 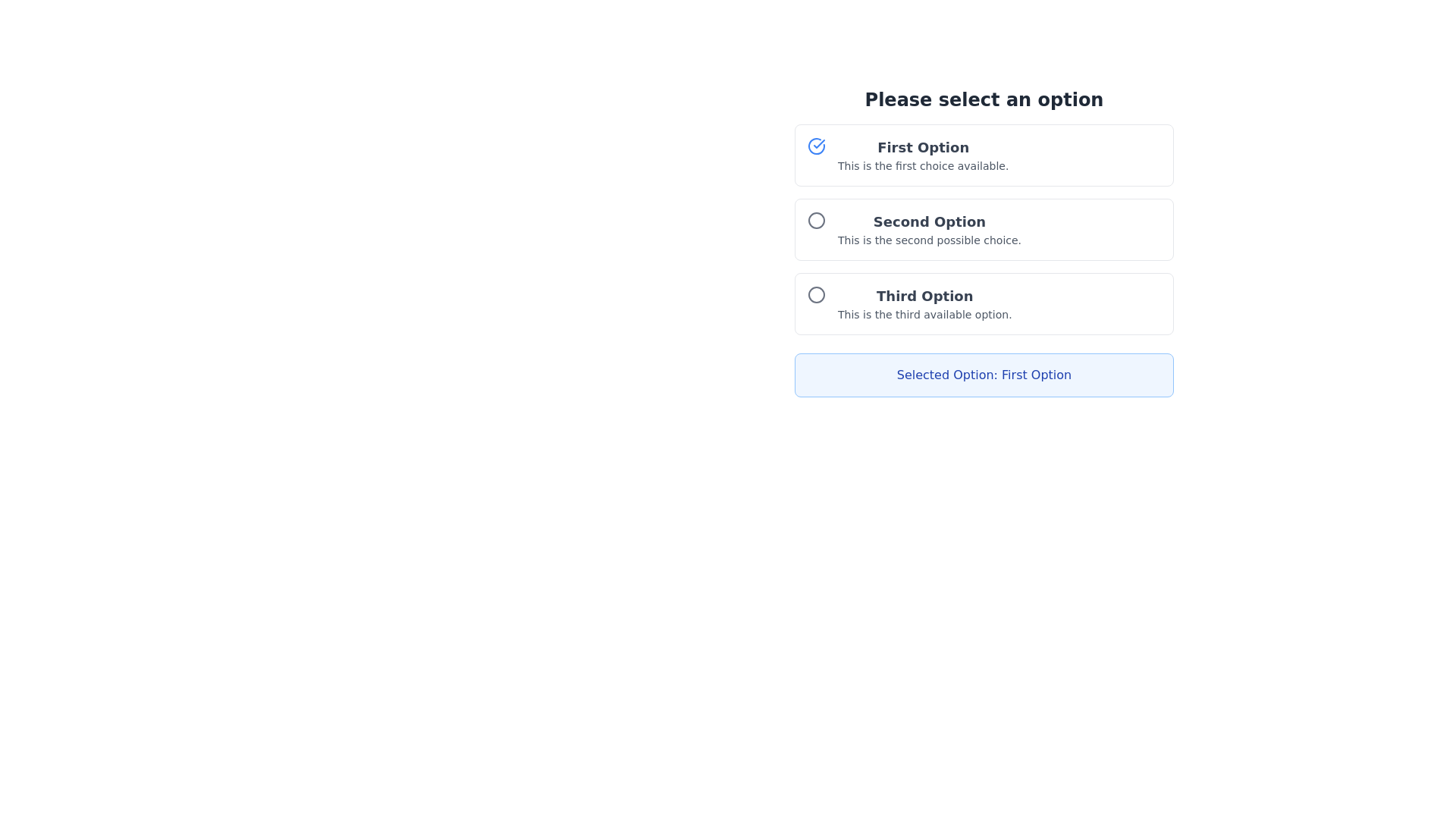 I want to click on displayed text of the Text label or header that serves as the title for the second selectable option, positioned directly below the first option, so click(x=929, y=222).